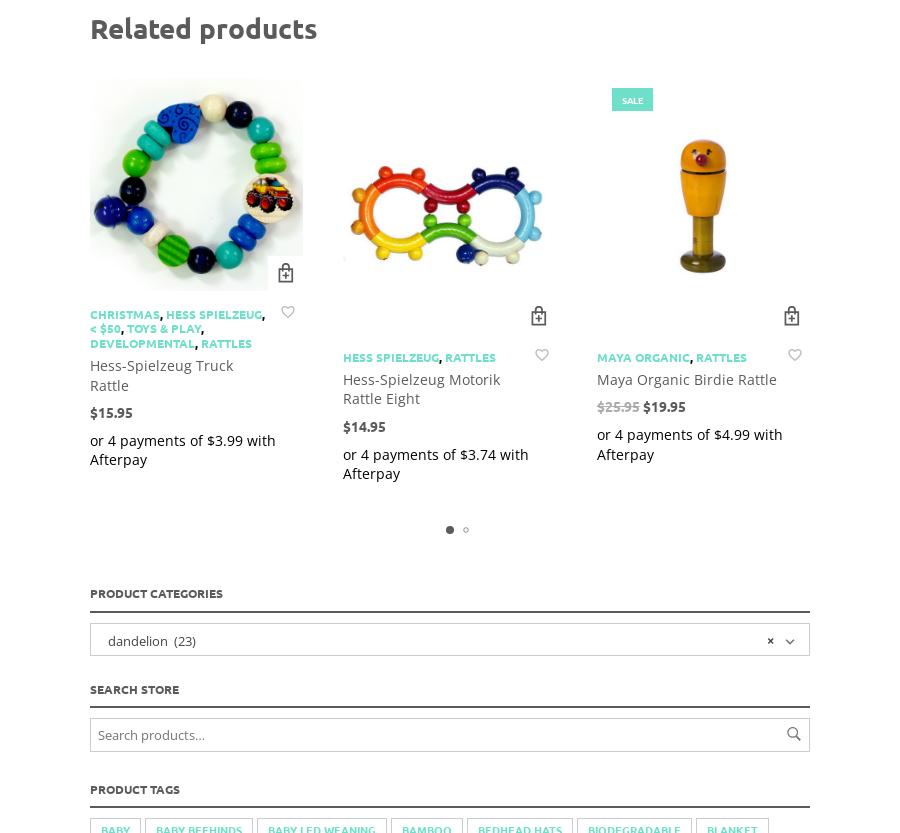  What do you see at coordinates (104, 327) in the screenshot?
I see `'< $50'` at bounding box center [104, 327].